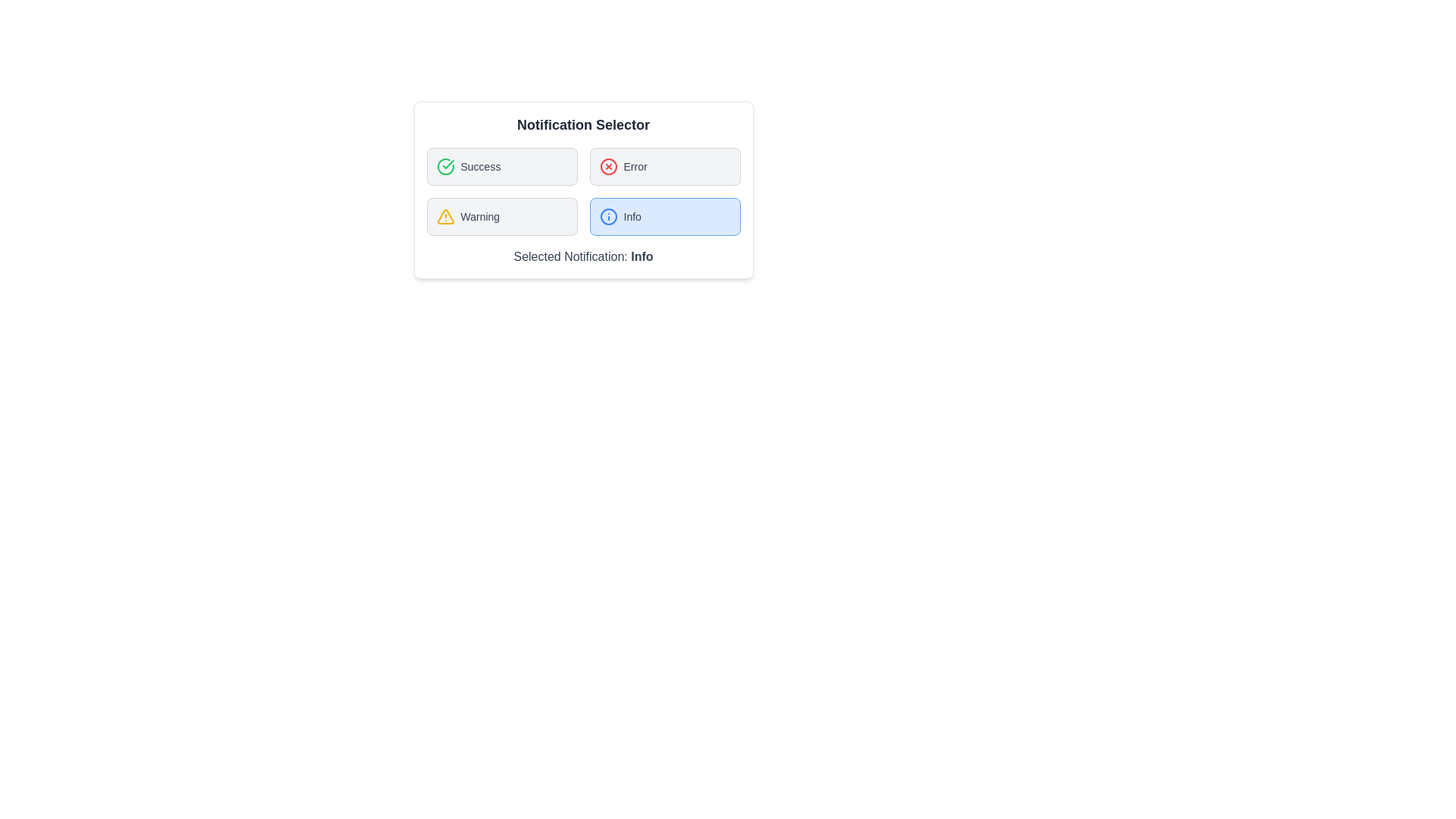 The width and height of the screenshot is (1456, 819). What do you see at coordinates (665, 216) in the screenshot?
I see `the notification type Info by clicking its corresponding button` at bounding box center [665, 216].